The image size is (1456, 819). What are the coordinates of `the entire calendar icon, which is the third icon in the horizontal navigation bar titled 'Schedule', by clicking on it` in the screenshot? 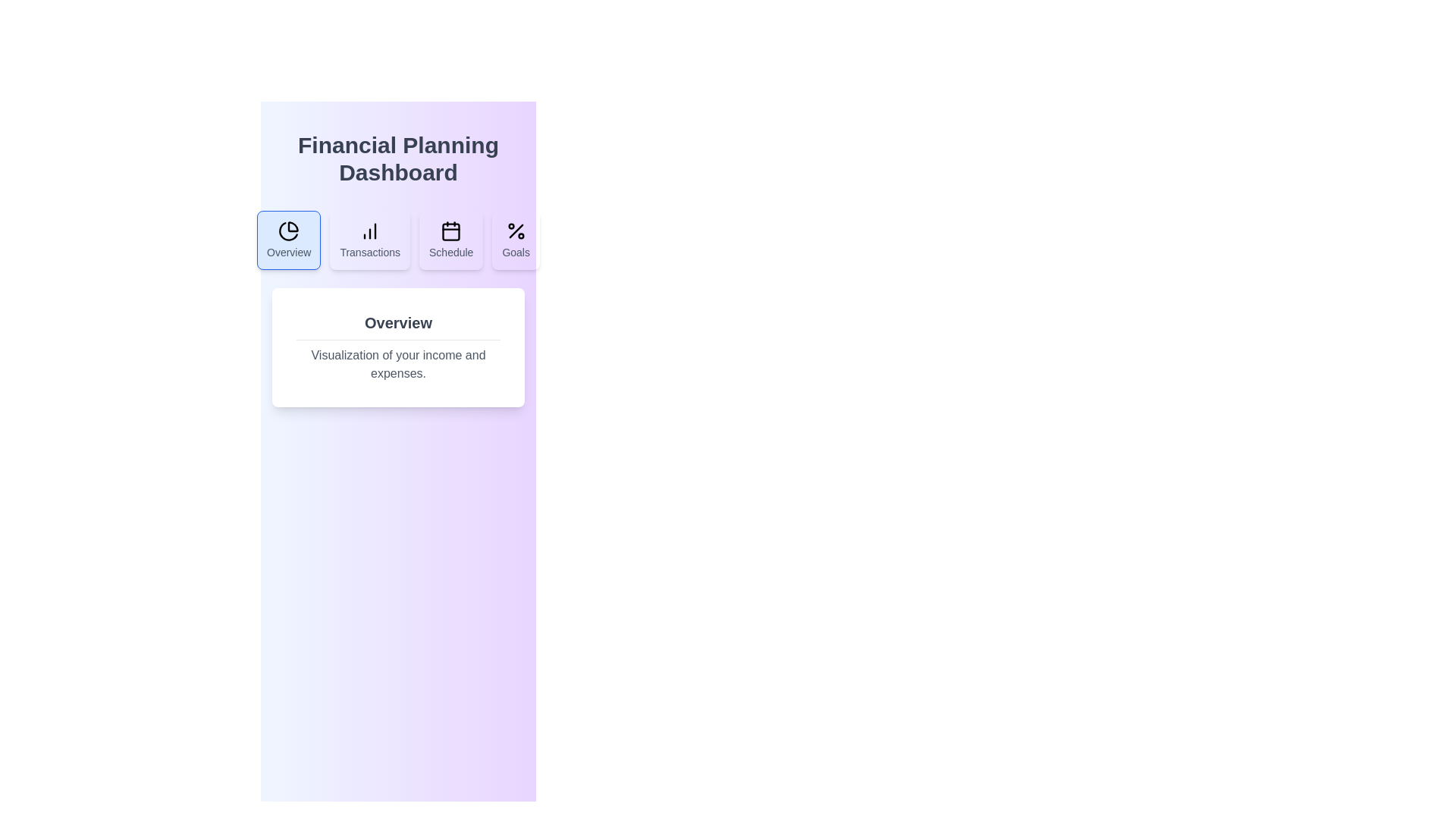 It's located at (450, 232).